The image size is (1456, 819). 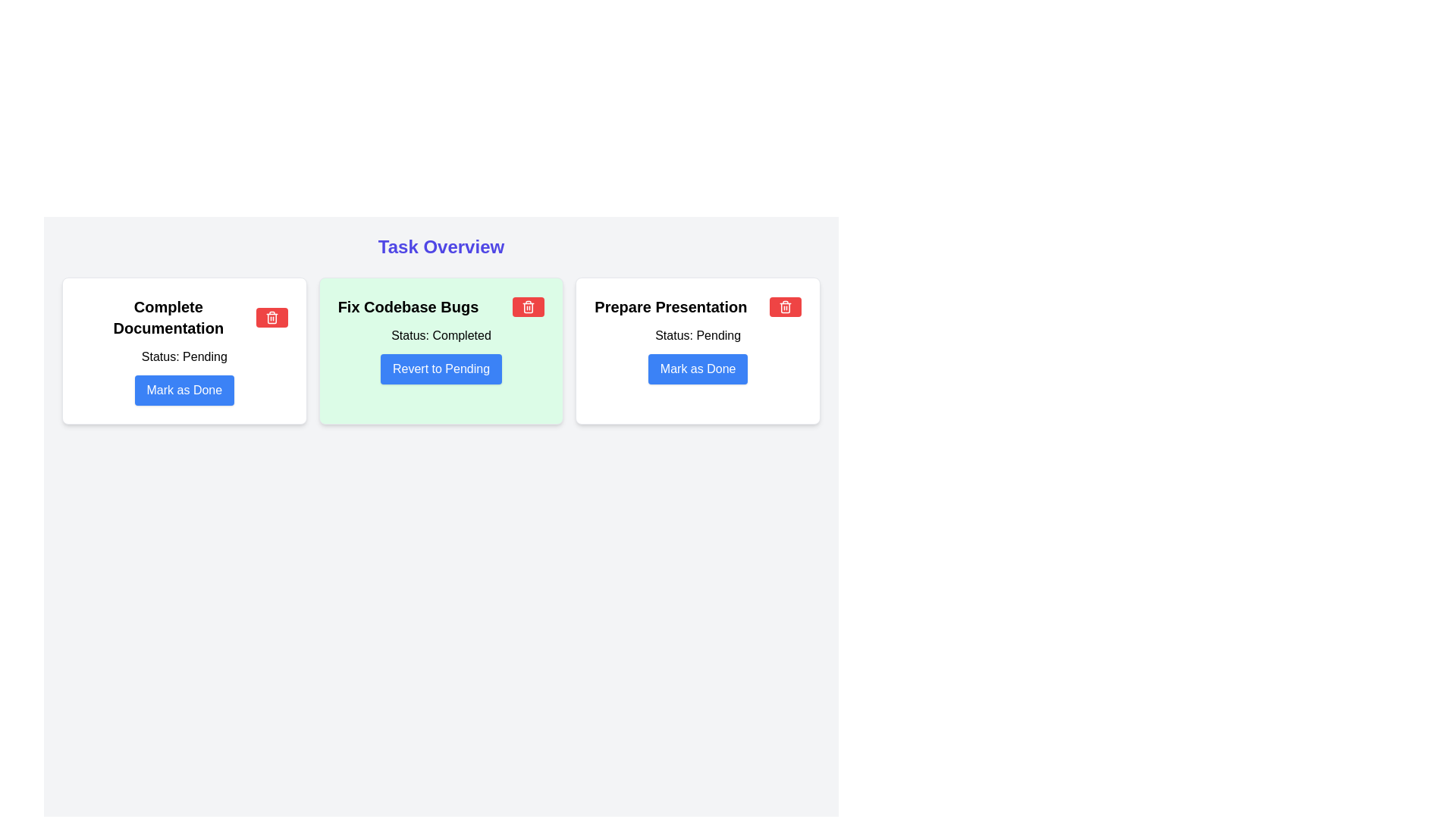 I want to click on the text 'Complete Documentation' by clicking on its center point to enable copying, so click(x=168, y=317).